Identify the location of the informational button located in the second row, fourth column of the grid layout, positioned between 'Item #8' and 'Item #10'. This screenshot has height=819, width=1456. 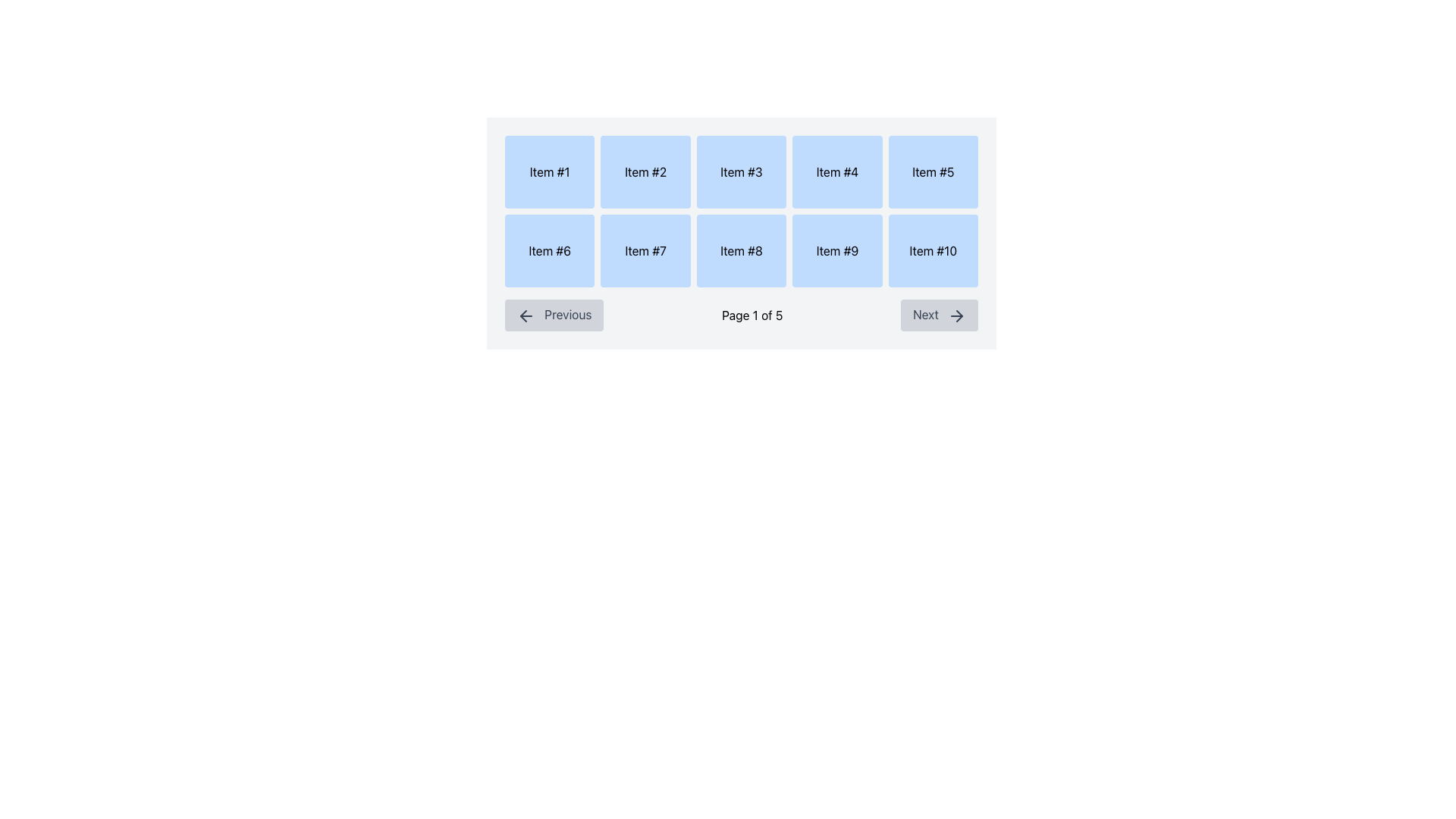
(836, 250).